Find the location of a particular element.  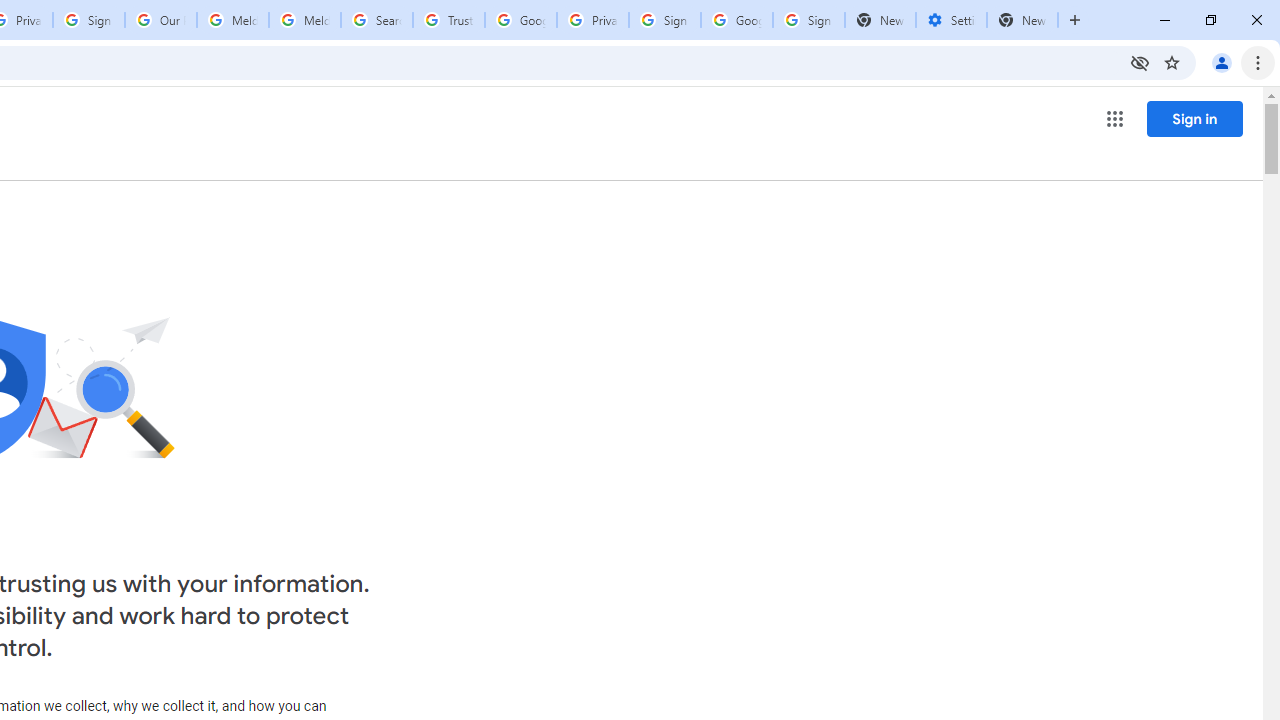

'Google Ads - Sign in' is located at coordinates (520, 20).